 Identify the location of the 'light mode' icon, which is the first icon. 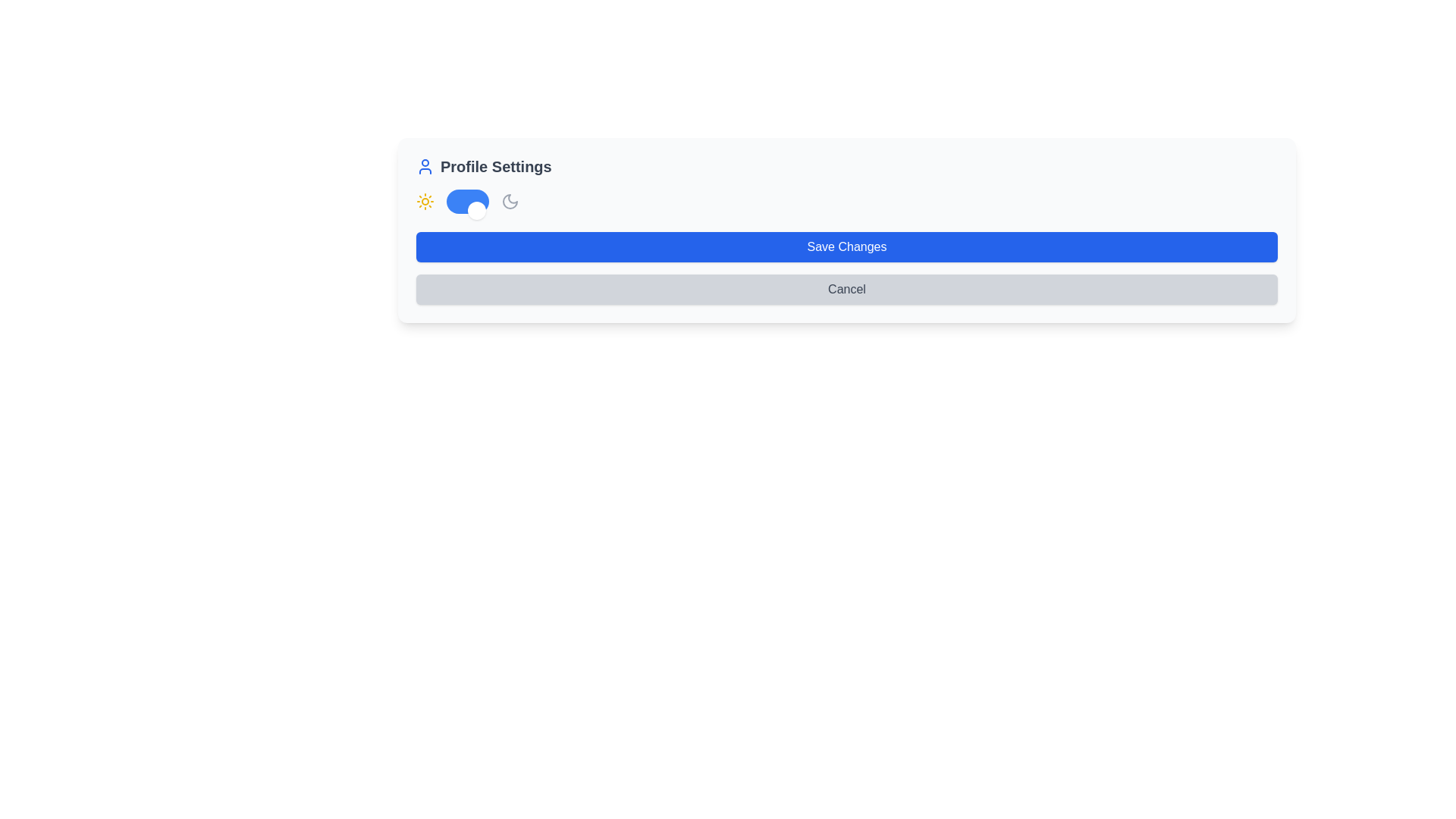
(425, 201).